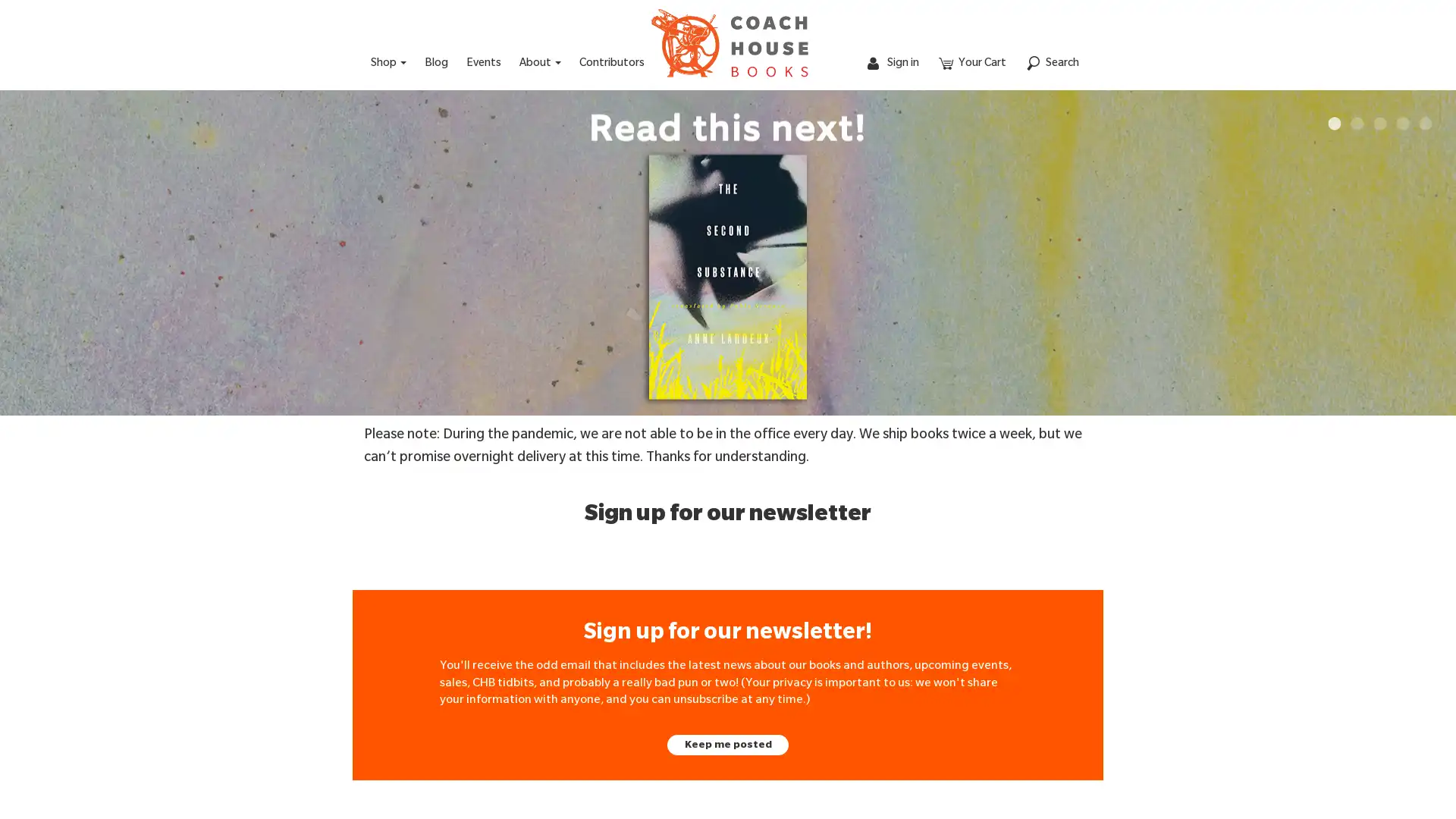 The height and width of the screenshot is (819, 1456). I want to click on 5, so click(1425, 124).